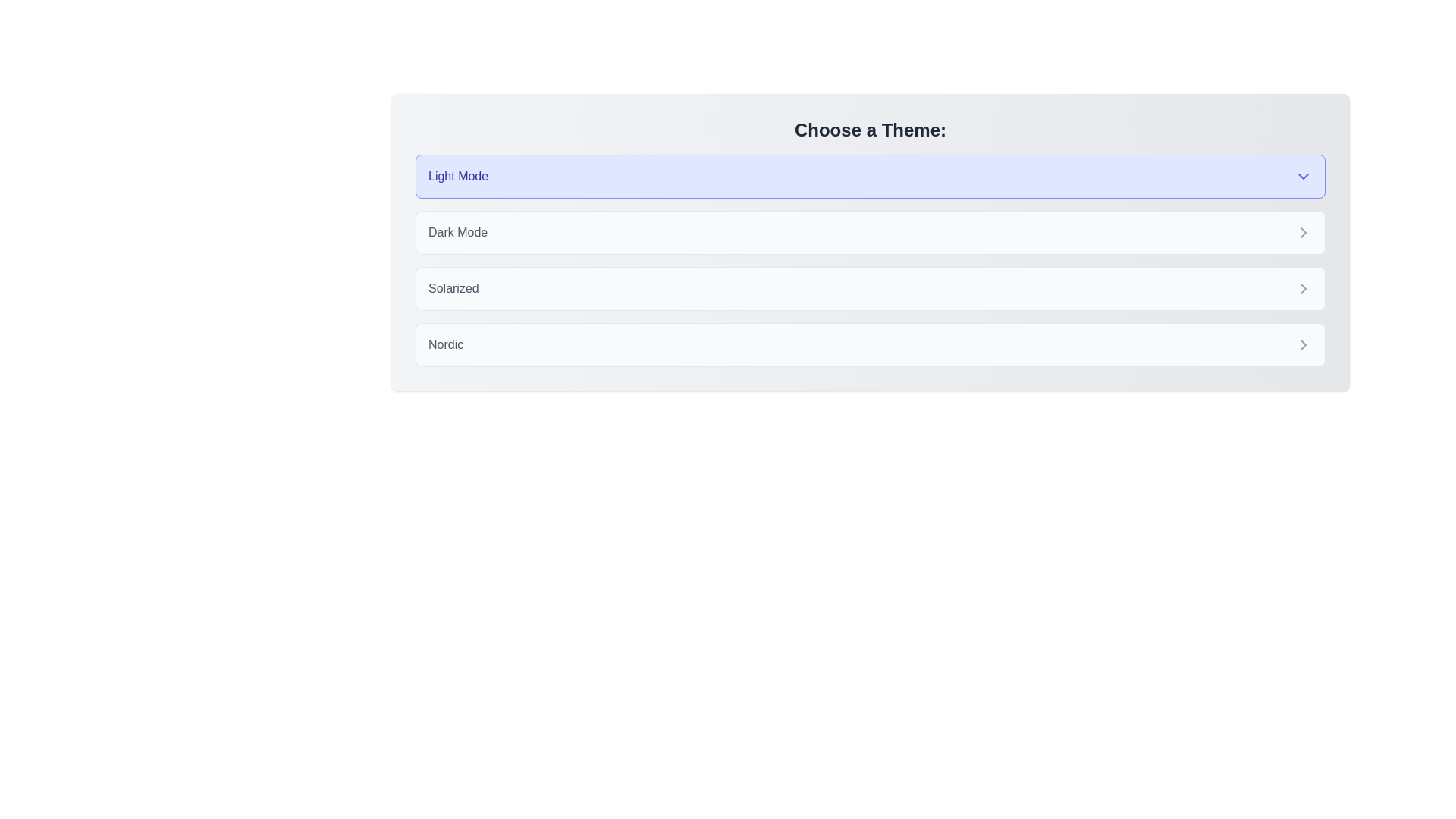  What do you see at coordinates (870, 345) in the screenshot?
I see `the theme Nordic by clicking on its corresponding chip` at bounding box center [870, 345].